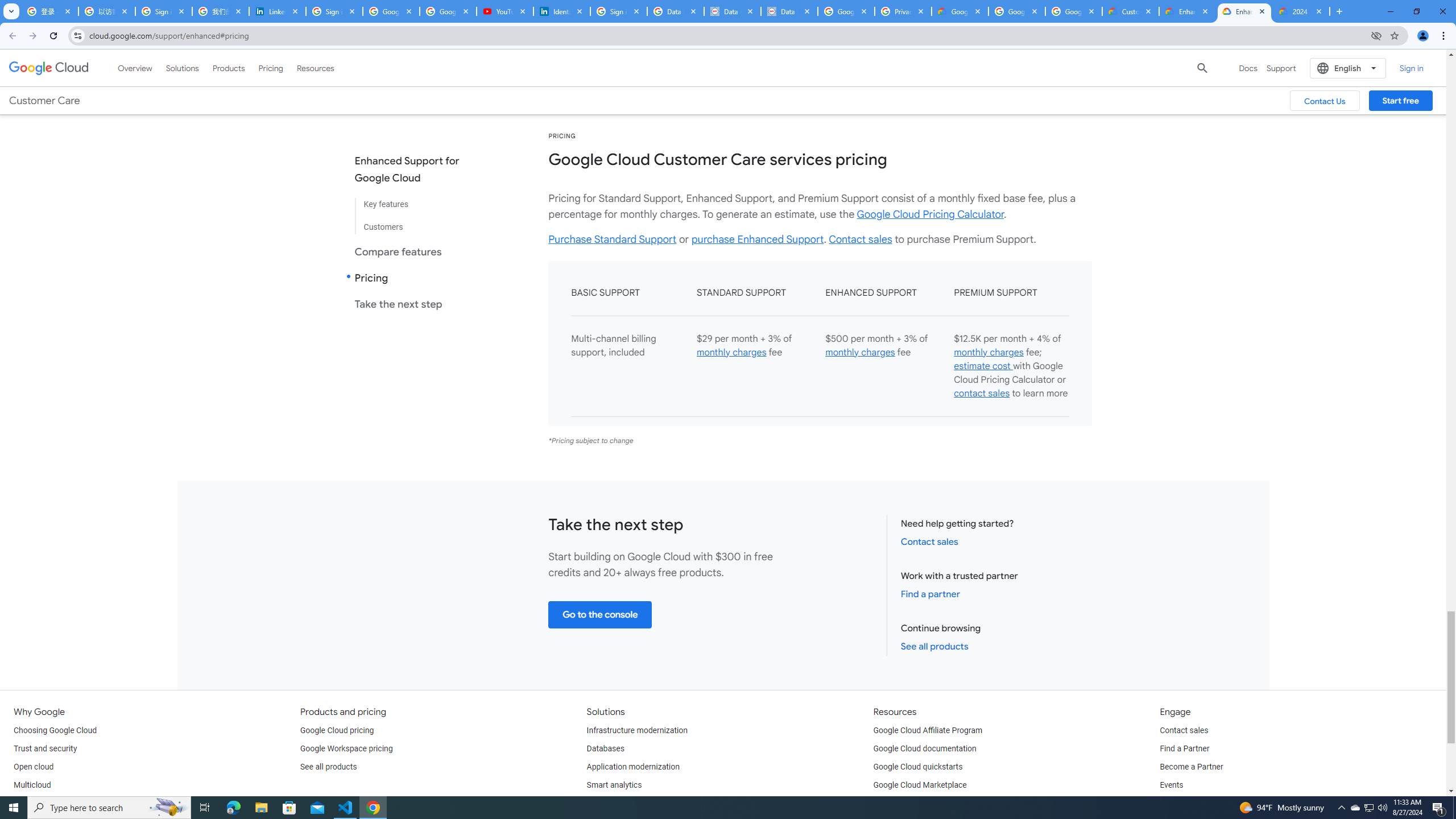  What do you see at coordinates (32, 784) in the screenshot?
I see `'Multicloud'` at bounding box center [32, 784].